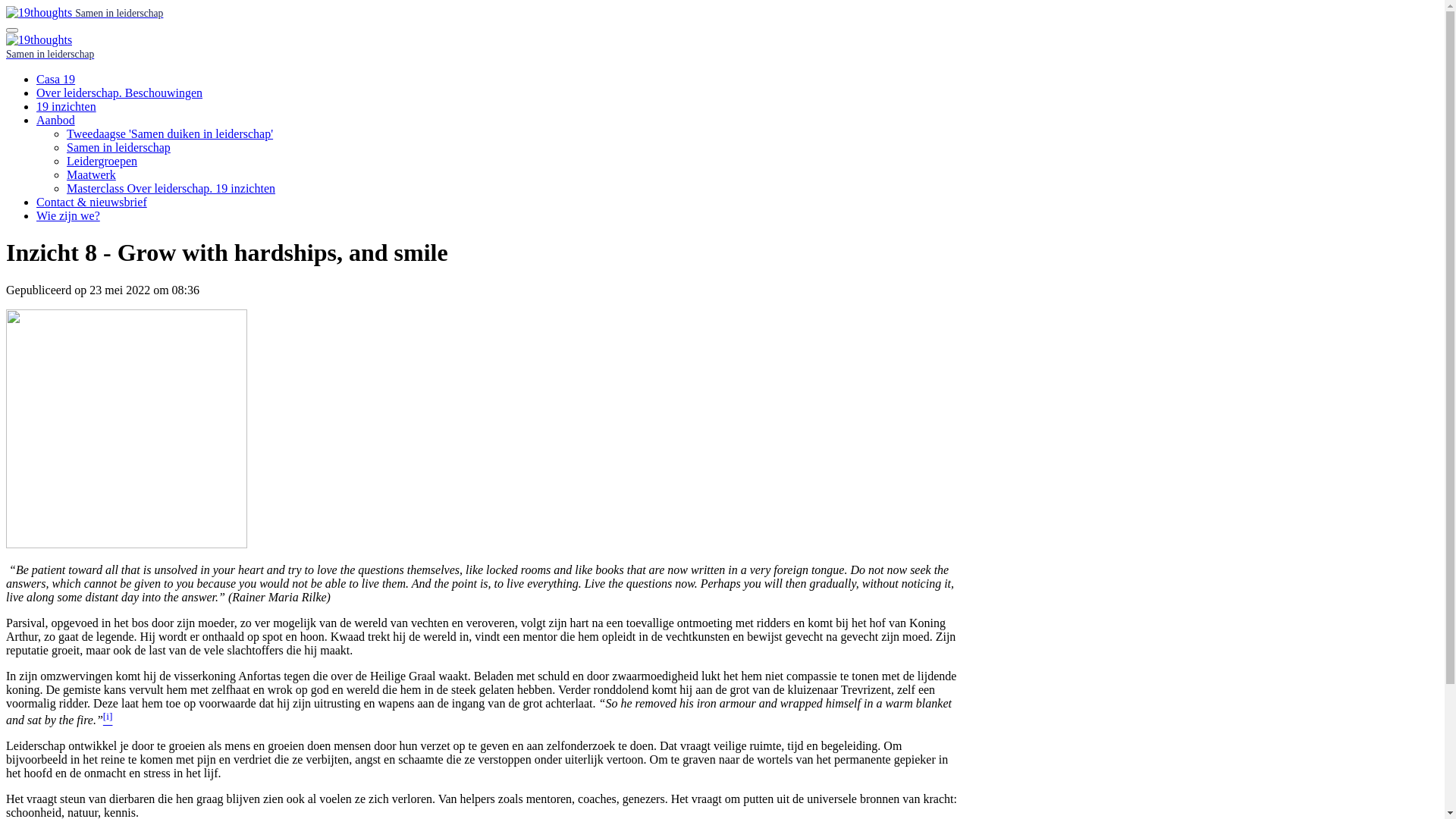 The image size is (1456, 819). What do you see at coordinates (170, 133) in the screenshot?
I see `'Tweedaagse 'Samen duiken in leiderschap''` at bounding box center [170, 133].